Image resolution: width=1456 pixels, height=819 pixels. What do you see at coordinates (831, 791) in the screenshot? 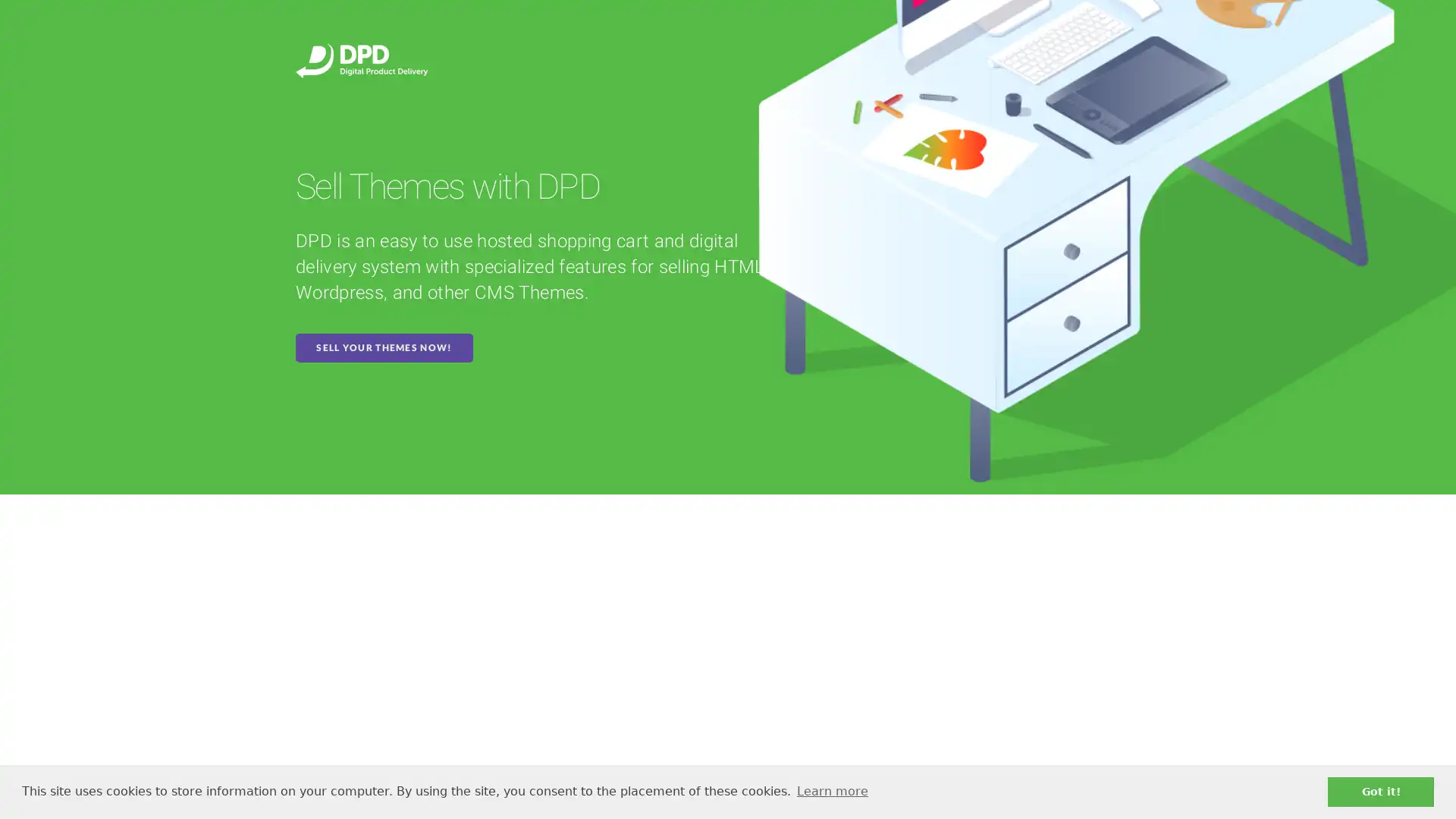
I see `learn more about cookies` at bounding box center [831, 791].